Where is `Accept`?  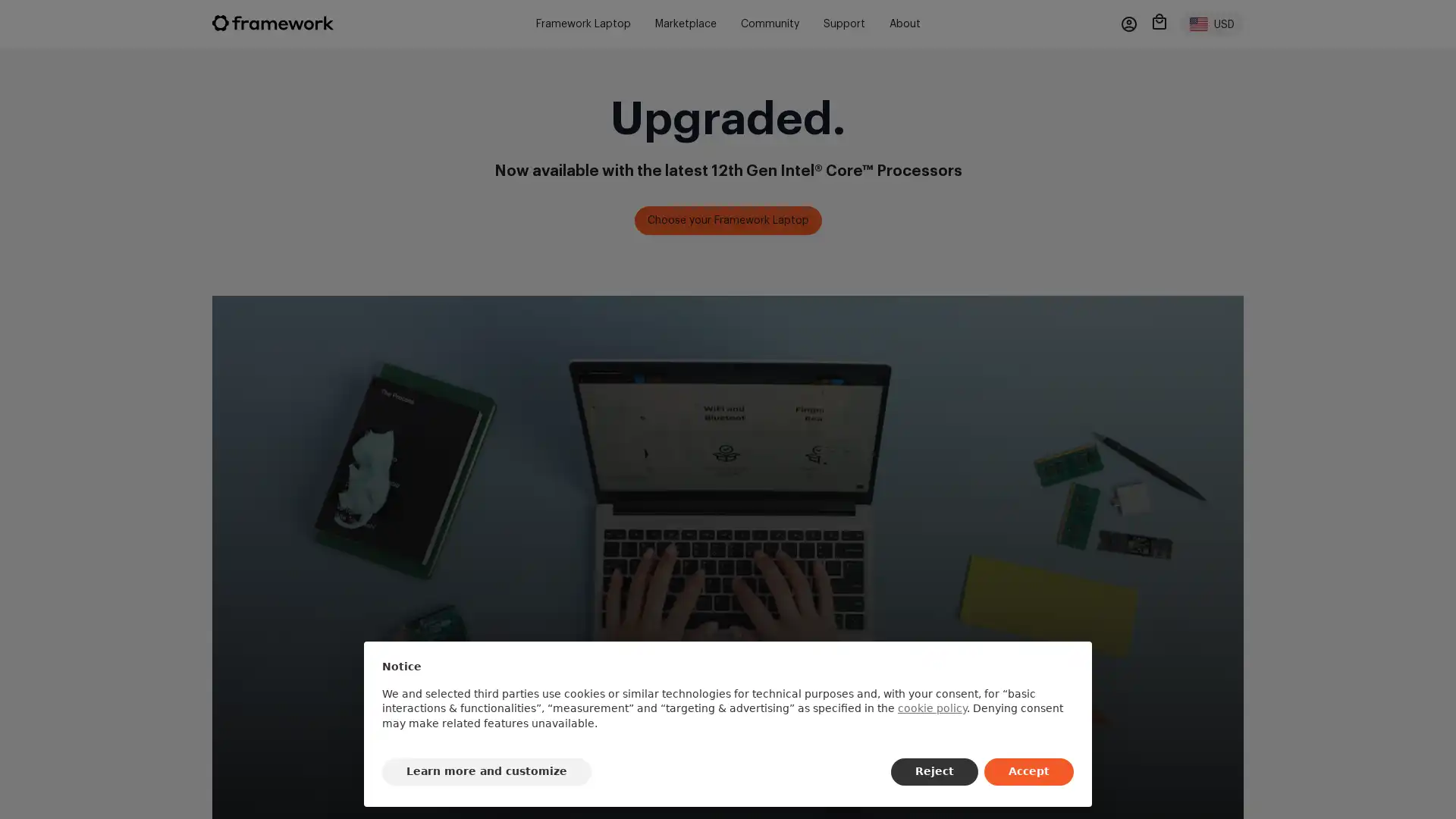 Accept is located at coordinates (1029, 772).